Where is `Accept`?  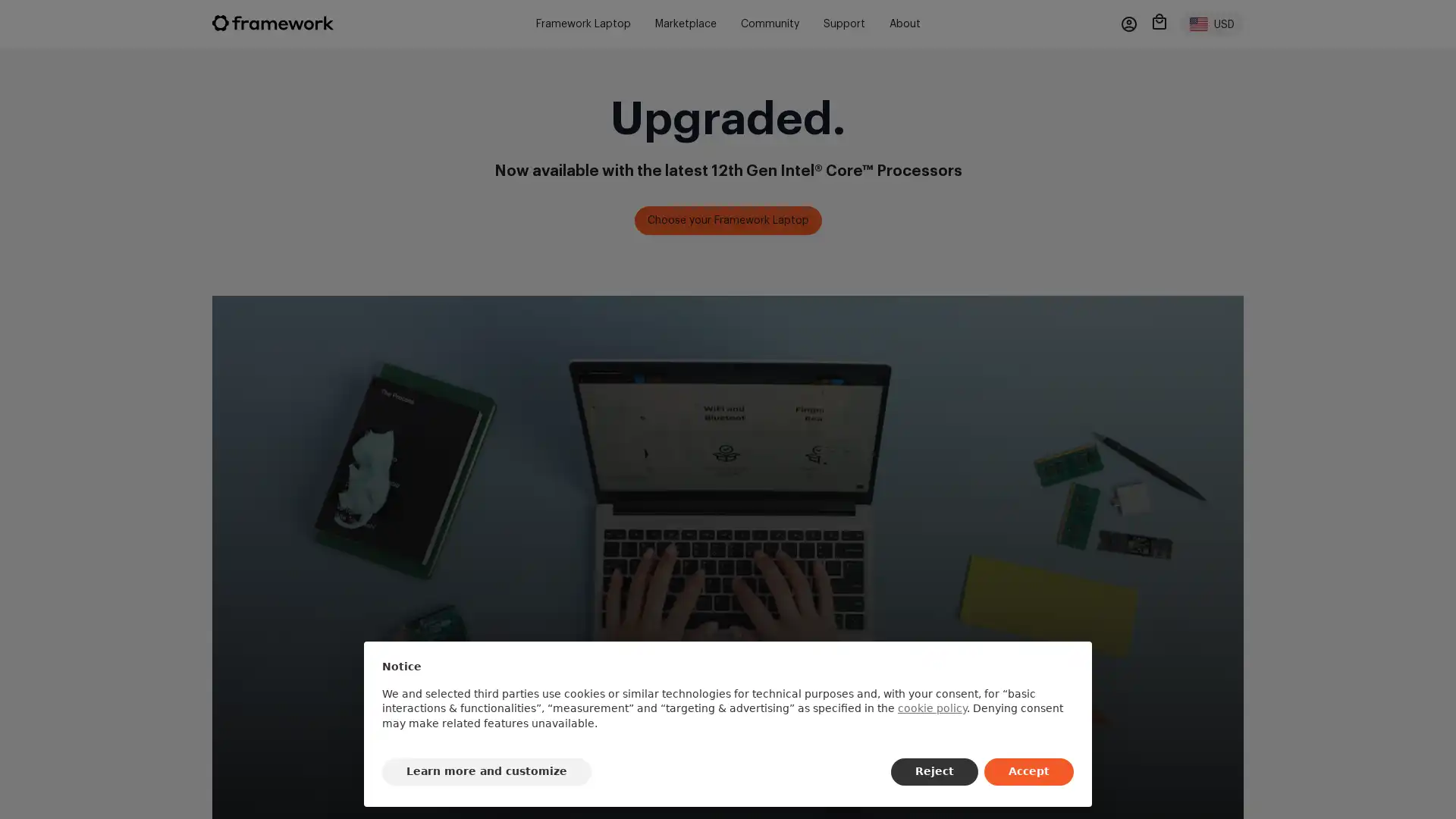 Accept is located at coordinates (1029, 772).